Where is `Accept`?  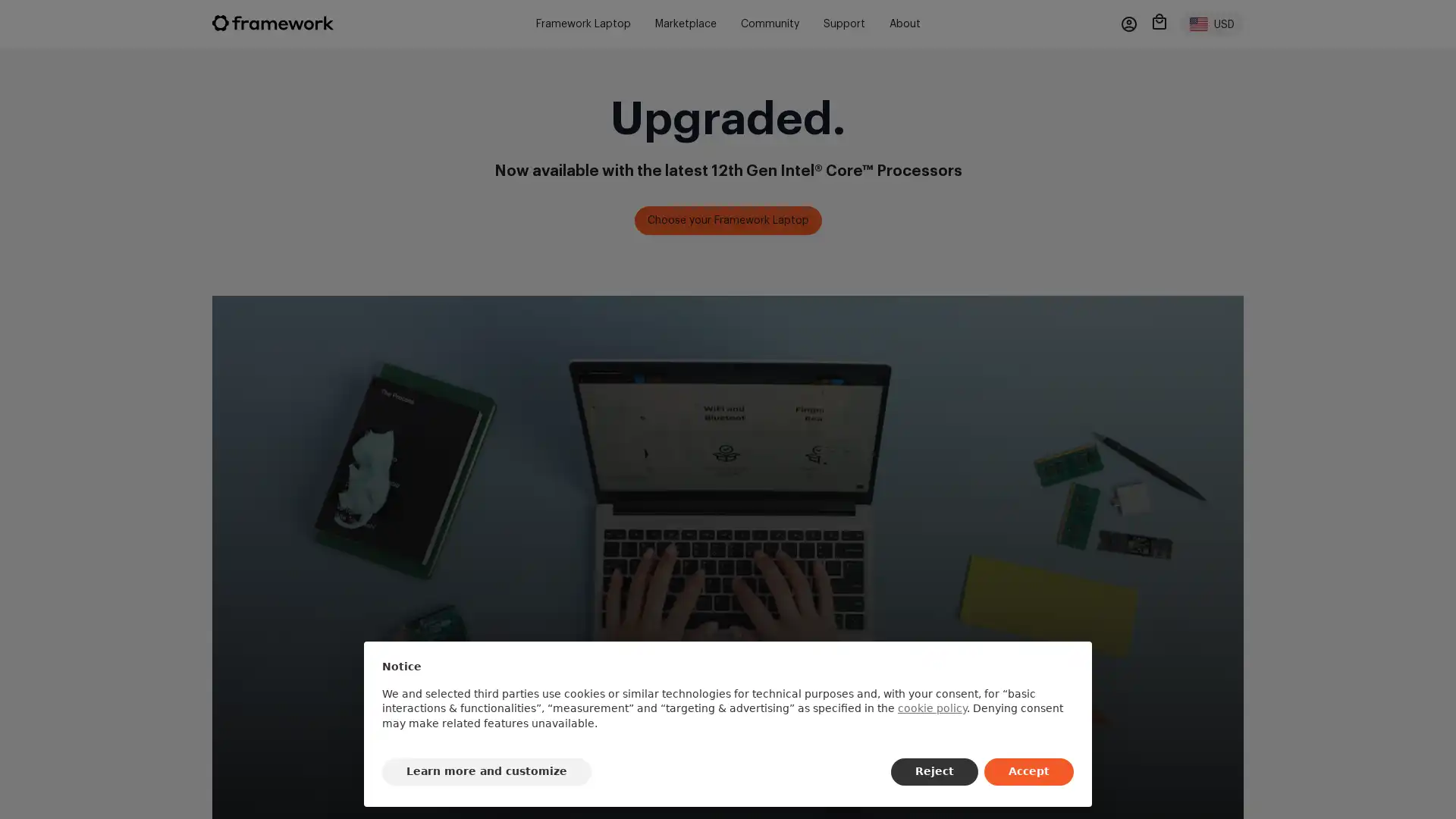 Accept is located at coordinates (1029, 772).